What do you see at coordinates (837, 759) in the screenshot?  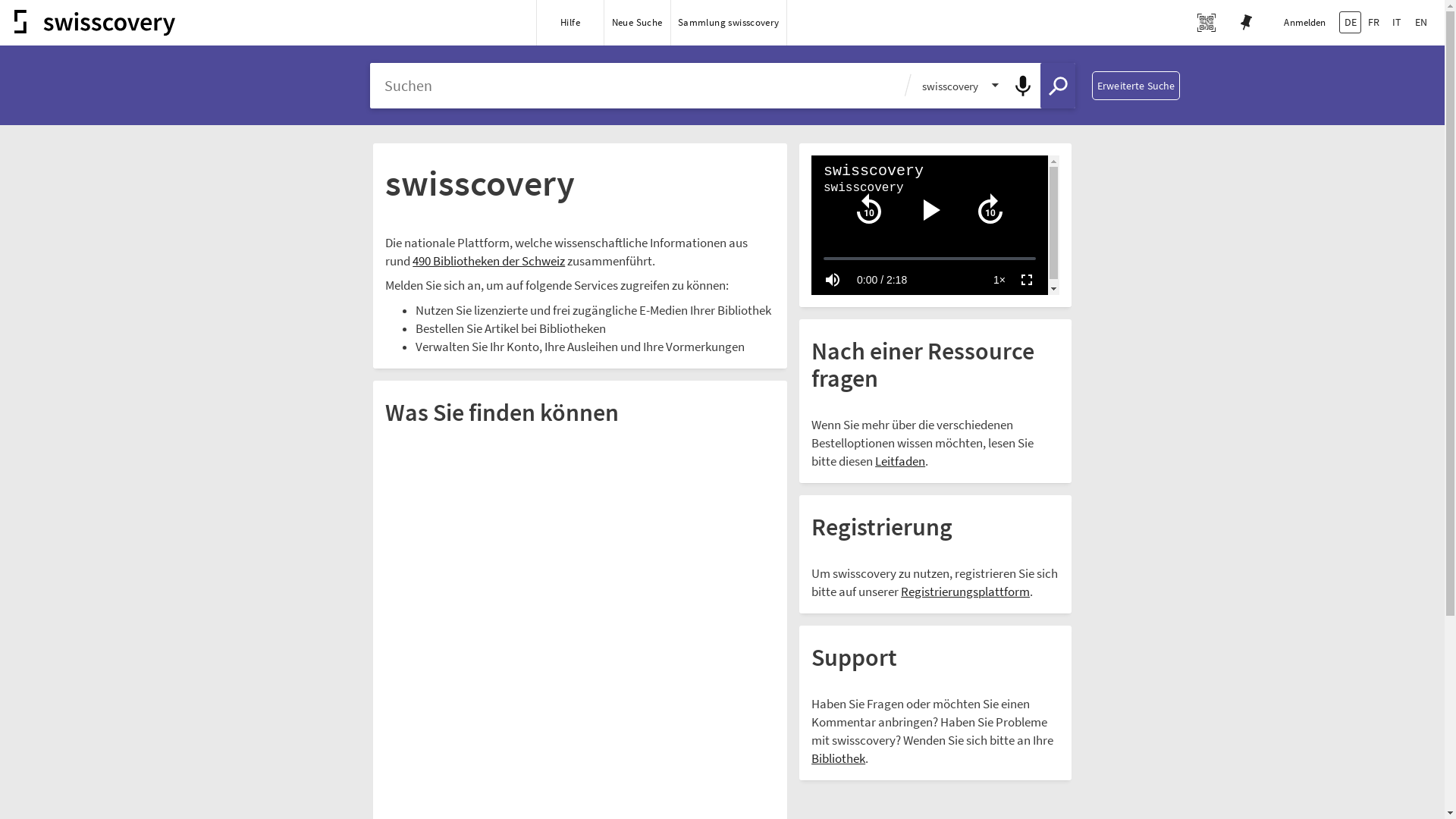 I see `'Bibliothek'` at bounding box center [837, 759].